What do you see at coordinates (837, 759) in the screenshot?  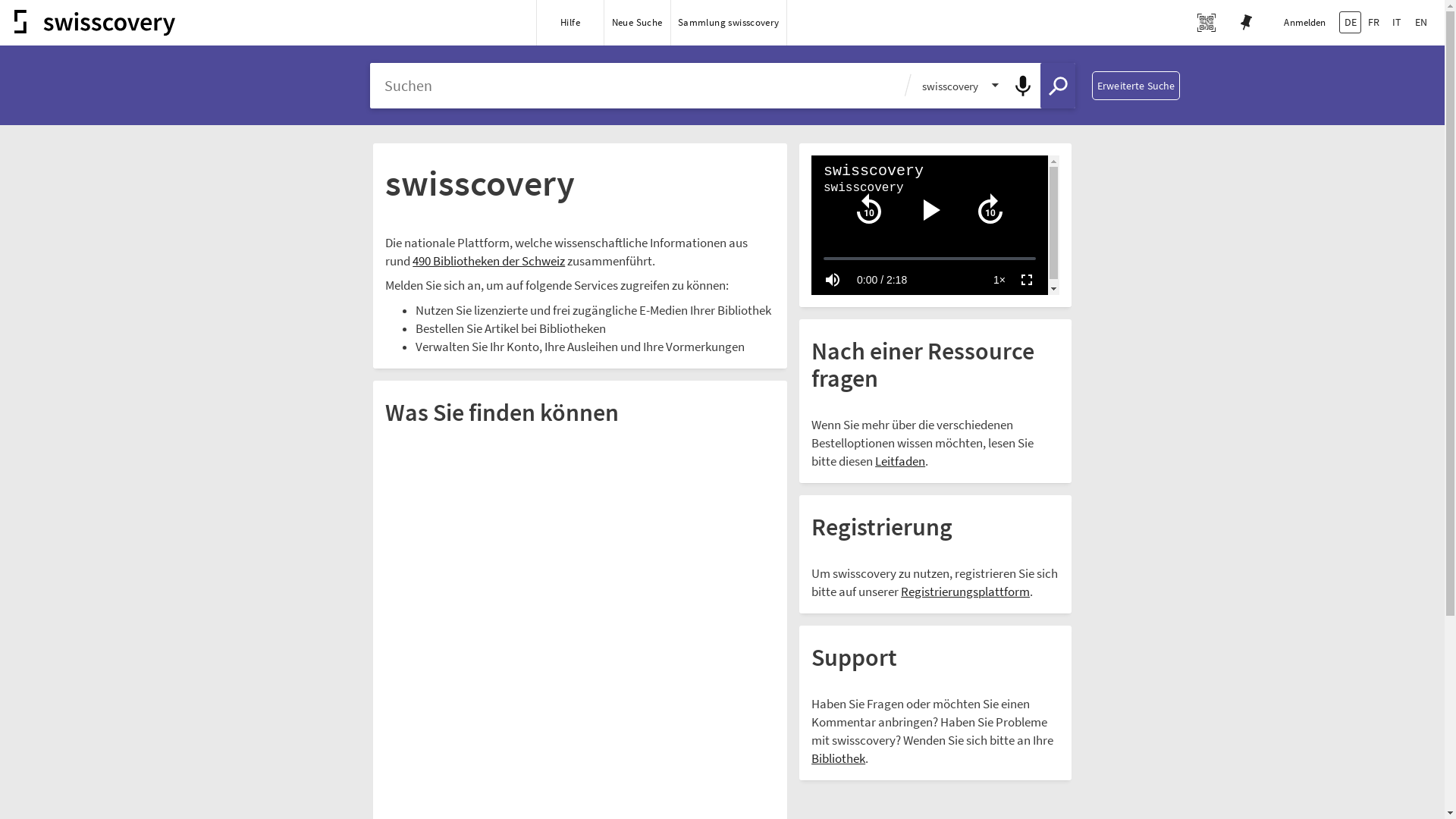 I see `'Bibliothek'` at bounding box center [837, 759].